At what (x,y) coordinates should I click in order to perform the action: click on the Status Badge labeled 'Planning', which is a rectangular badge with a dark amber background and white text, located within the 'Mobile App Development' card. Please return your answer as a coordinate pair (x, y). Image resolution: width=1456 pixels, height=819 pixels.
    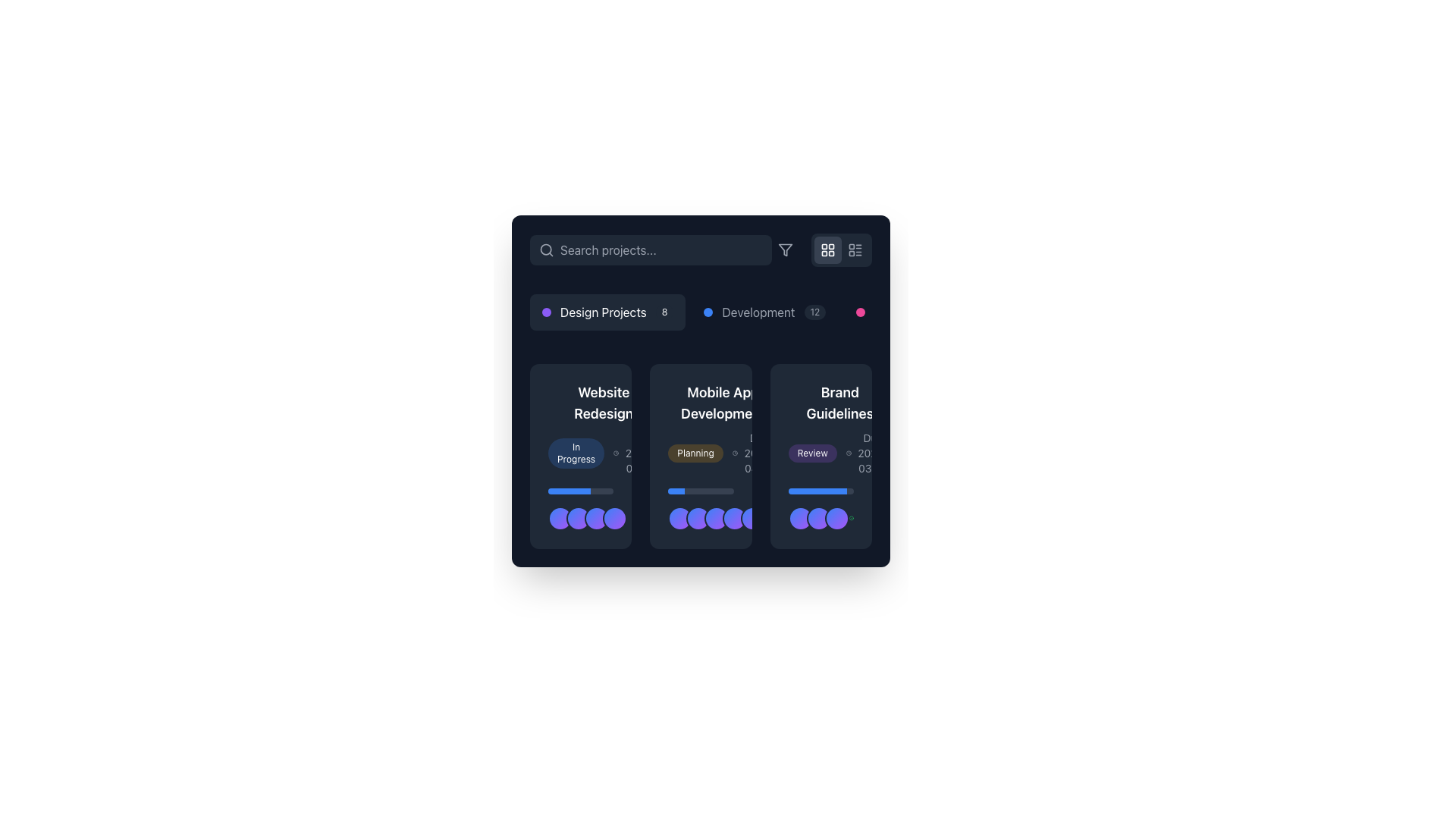
    Looking at the image, I should click on (700, 455).